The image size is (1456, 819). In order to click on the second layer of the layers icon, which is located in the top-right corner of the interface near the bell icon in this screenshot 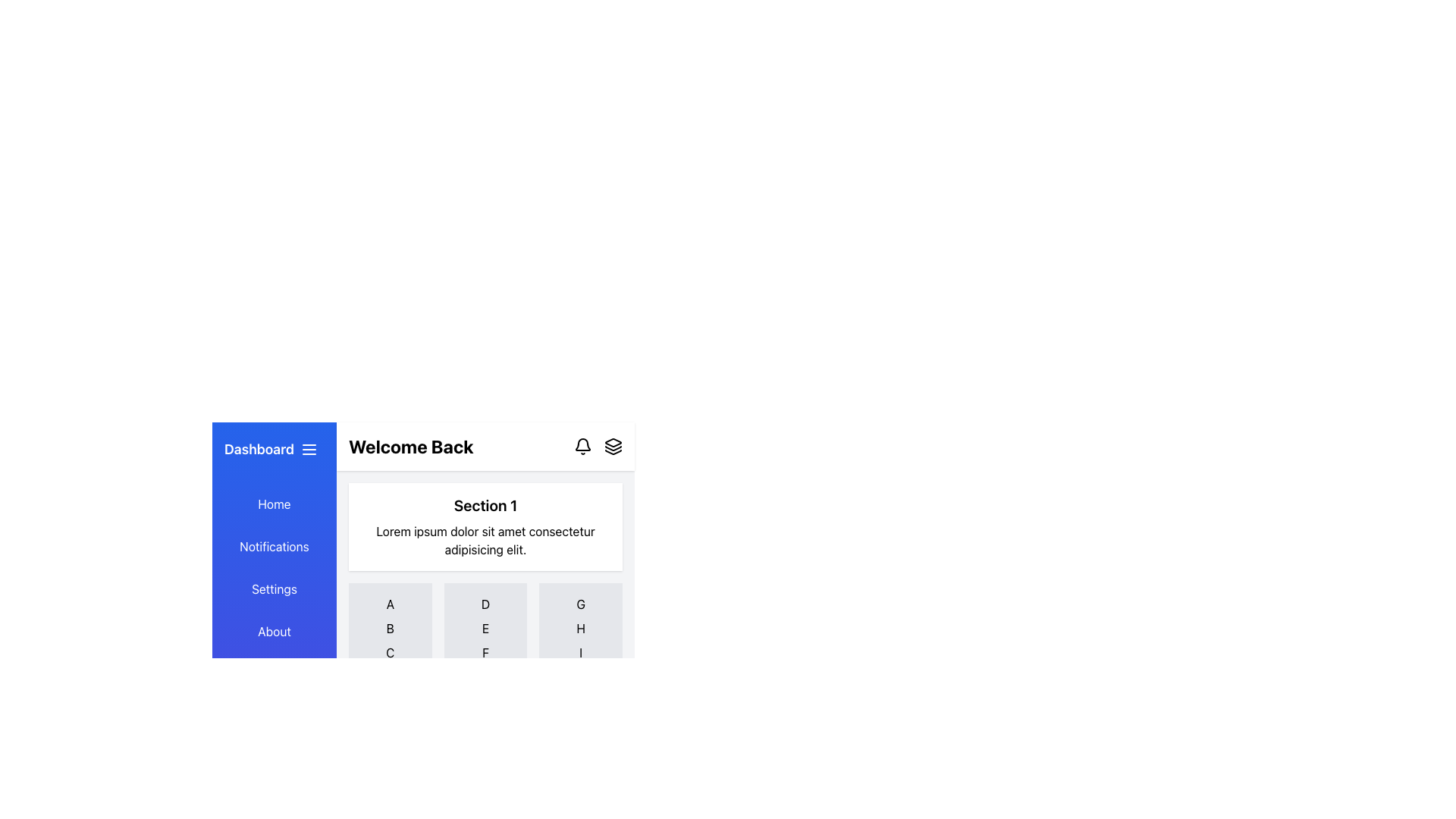, I will do `click(613, 447)`.